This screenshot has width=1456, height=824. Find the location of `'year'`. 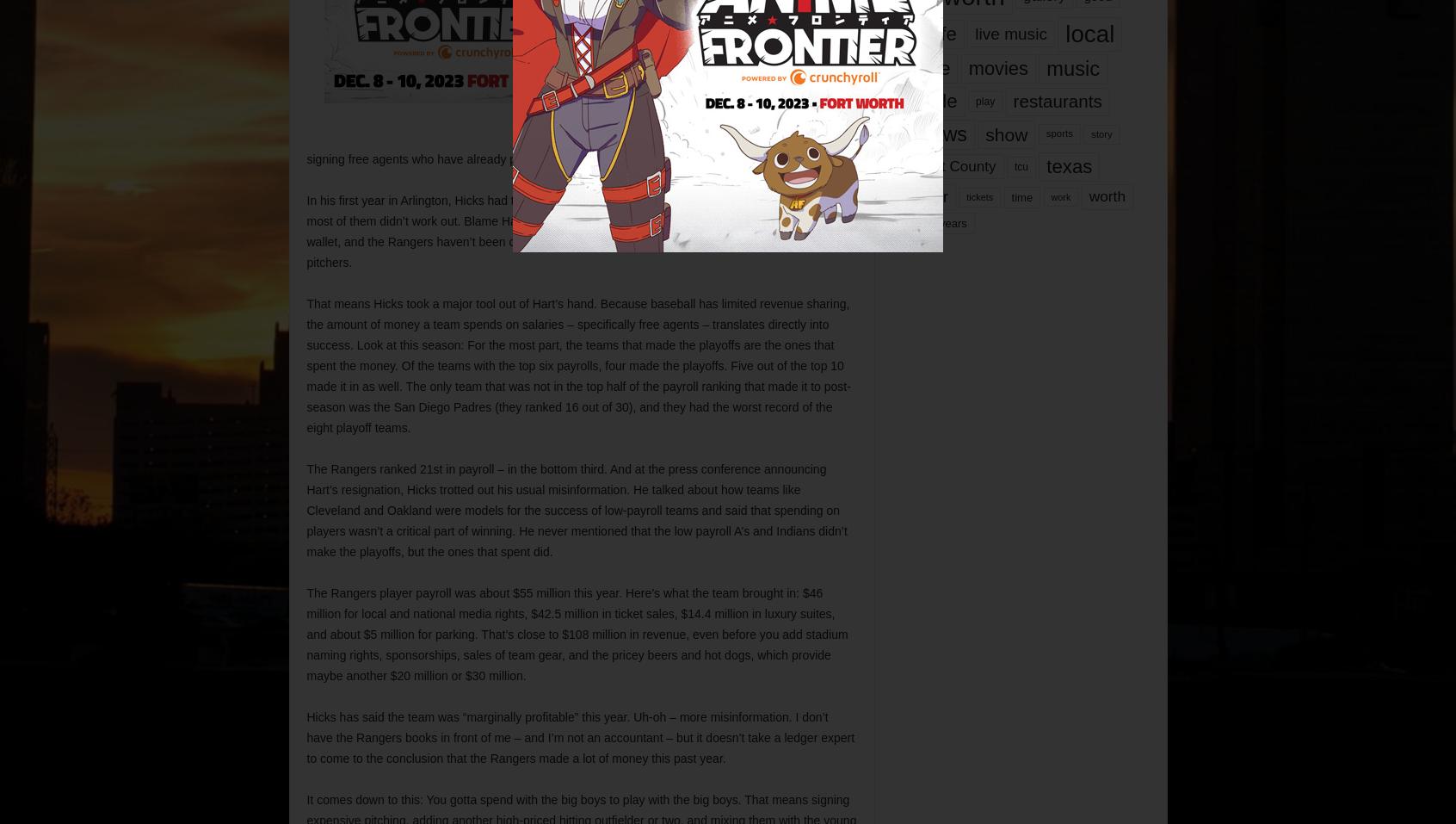

'year' is located at coordinates (909, 221).